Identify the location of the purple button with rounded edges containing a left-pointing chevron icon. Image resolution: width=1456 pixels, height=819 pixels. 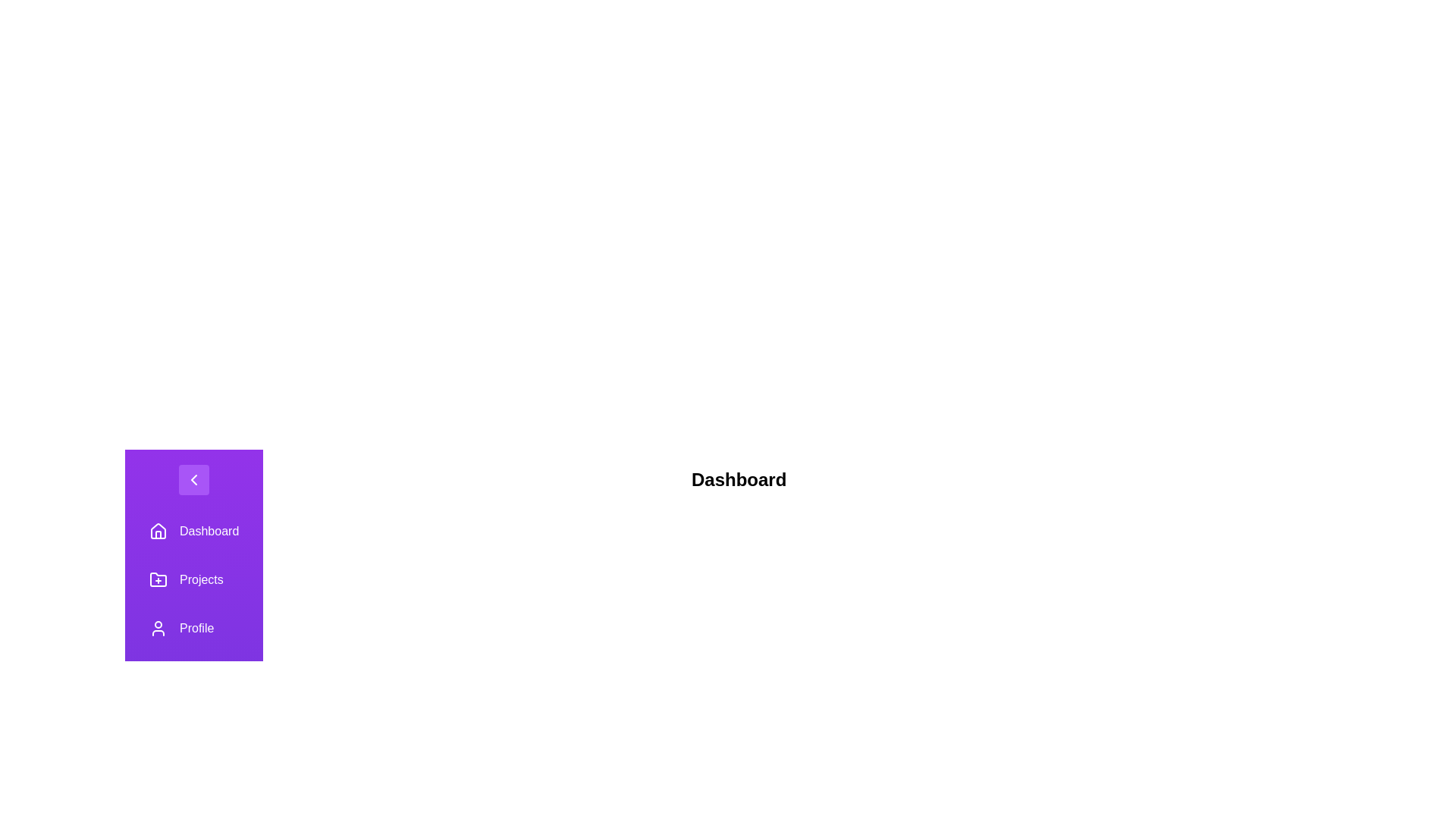
(193, 479).